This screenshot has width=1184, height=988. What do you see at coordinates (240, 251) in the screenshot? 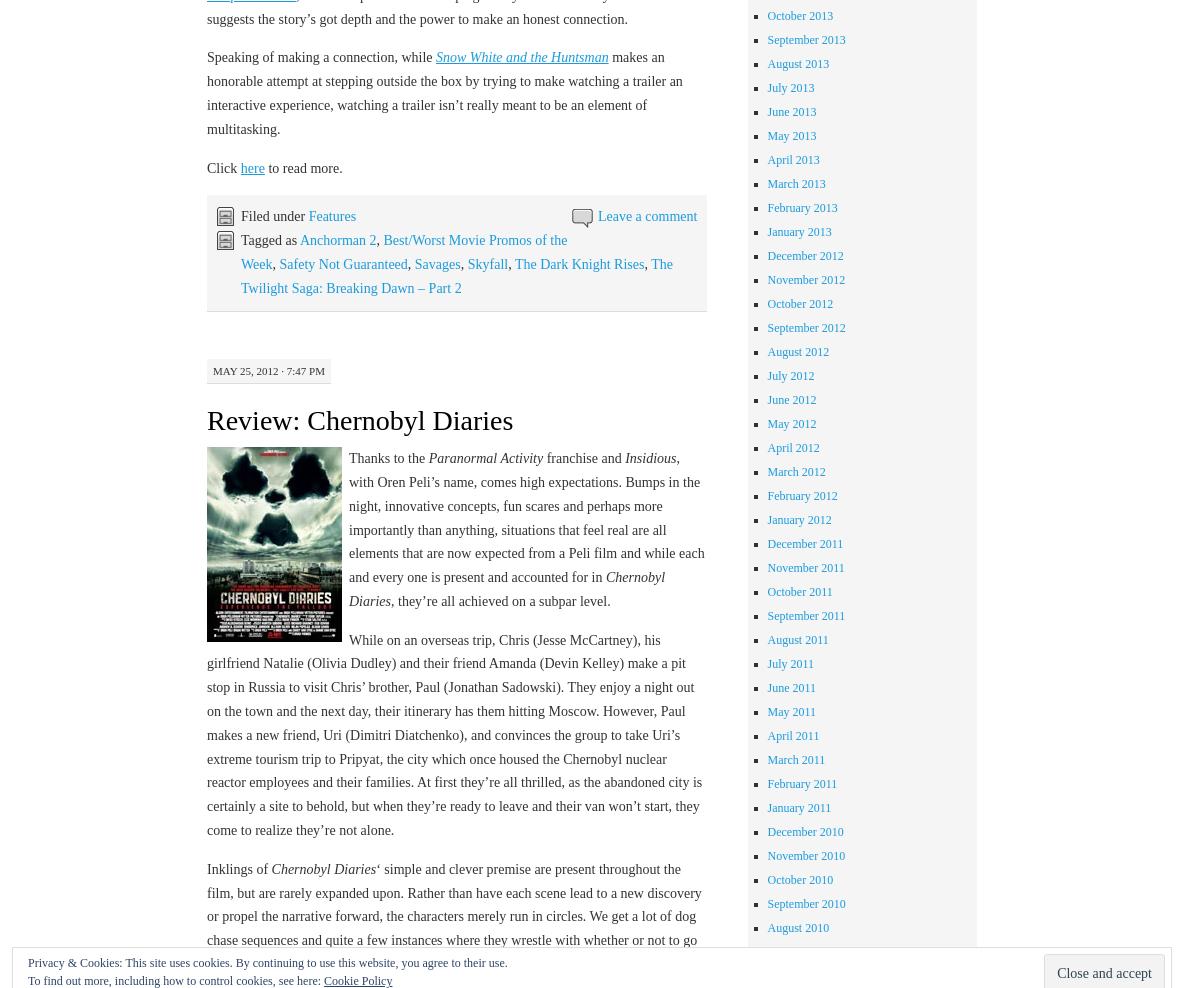
I see `'Best/Worst Movie Promos of the Week'` at bounding box center [240, 251].